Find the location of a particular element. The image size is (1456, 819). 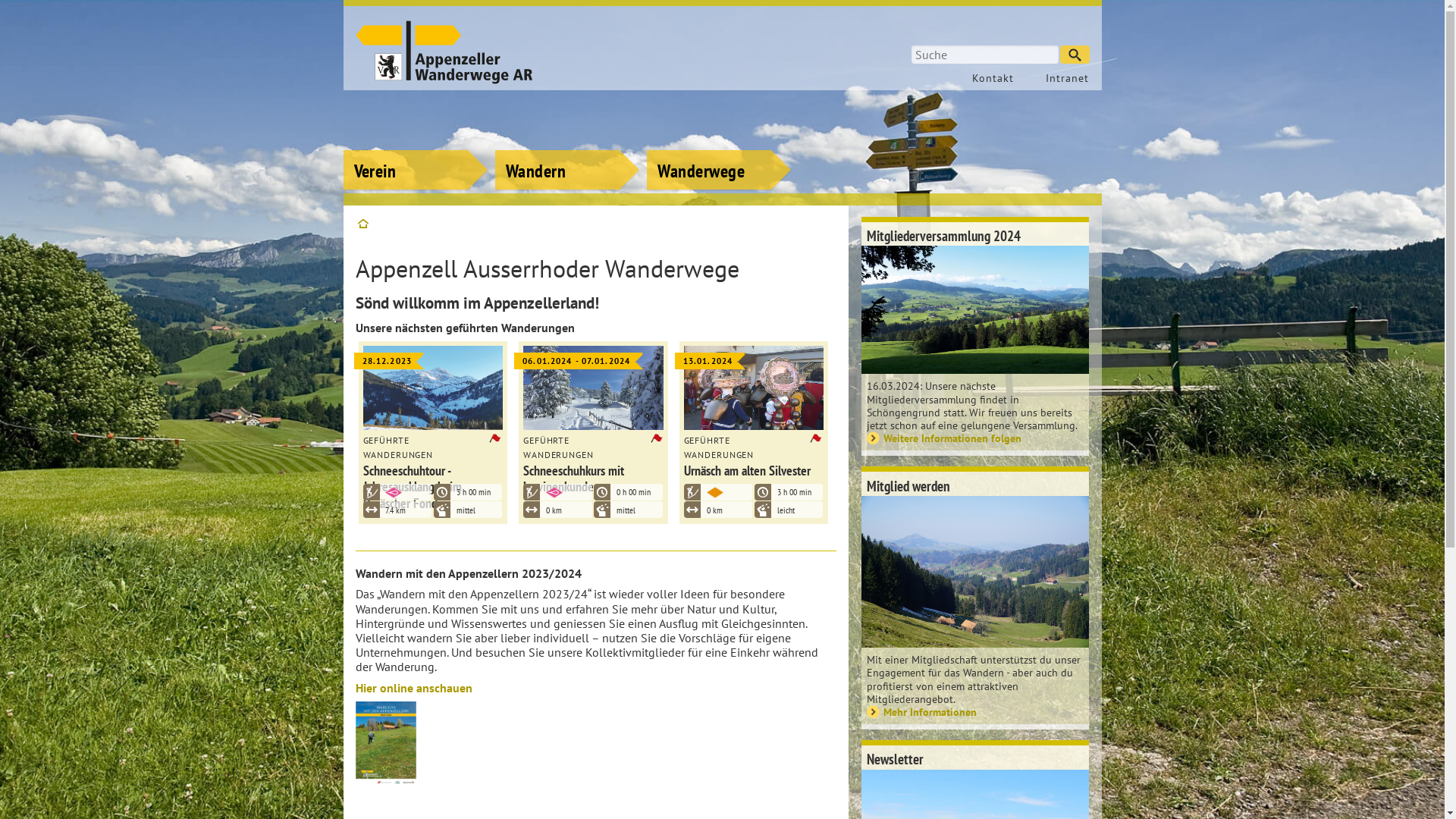

'Hier online anschauen' is located at coordinates (413, 687).